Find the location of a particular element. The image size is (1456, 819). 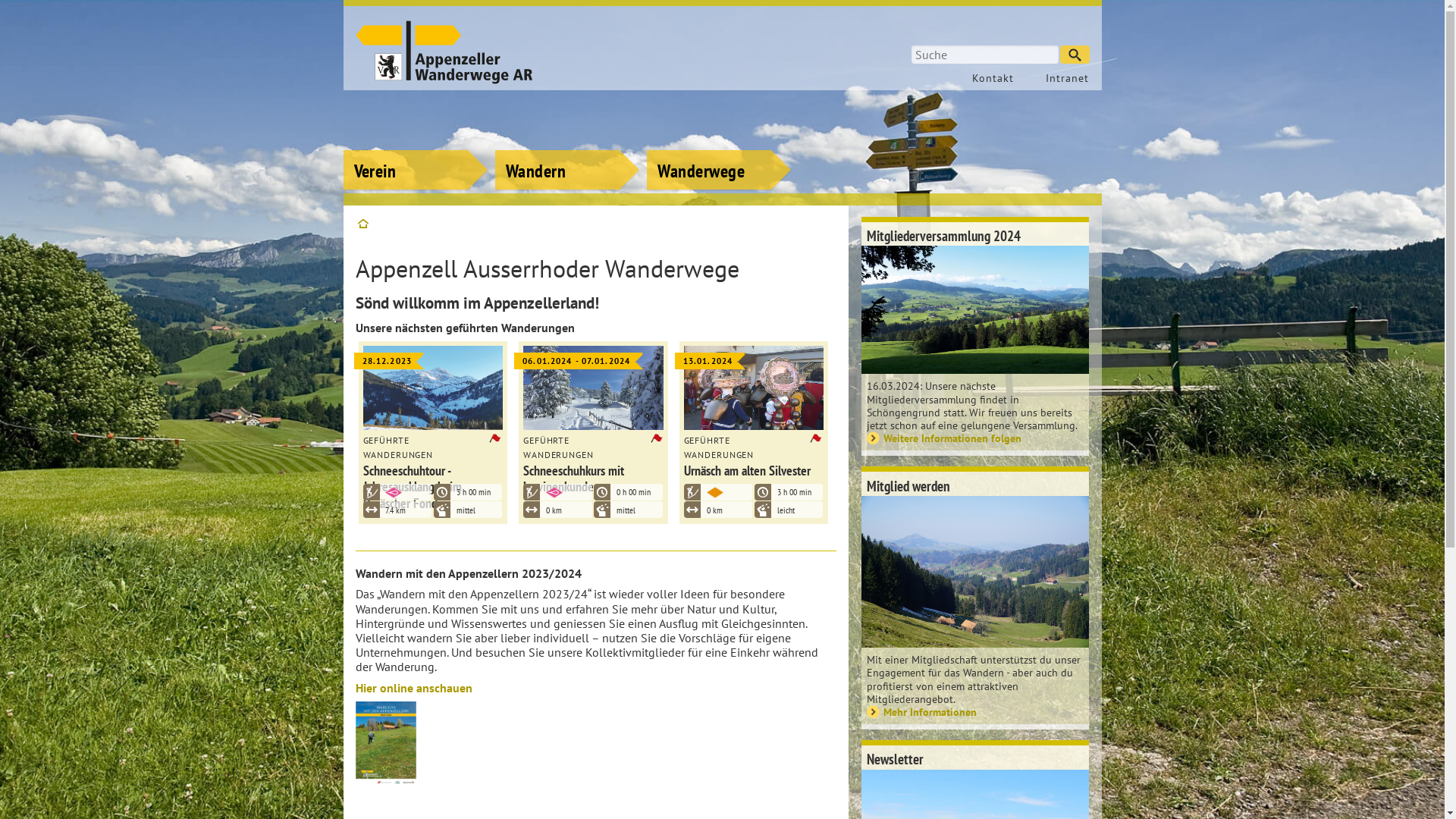

'Hier online anschauen' is located at coordinates (413, 687).